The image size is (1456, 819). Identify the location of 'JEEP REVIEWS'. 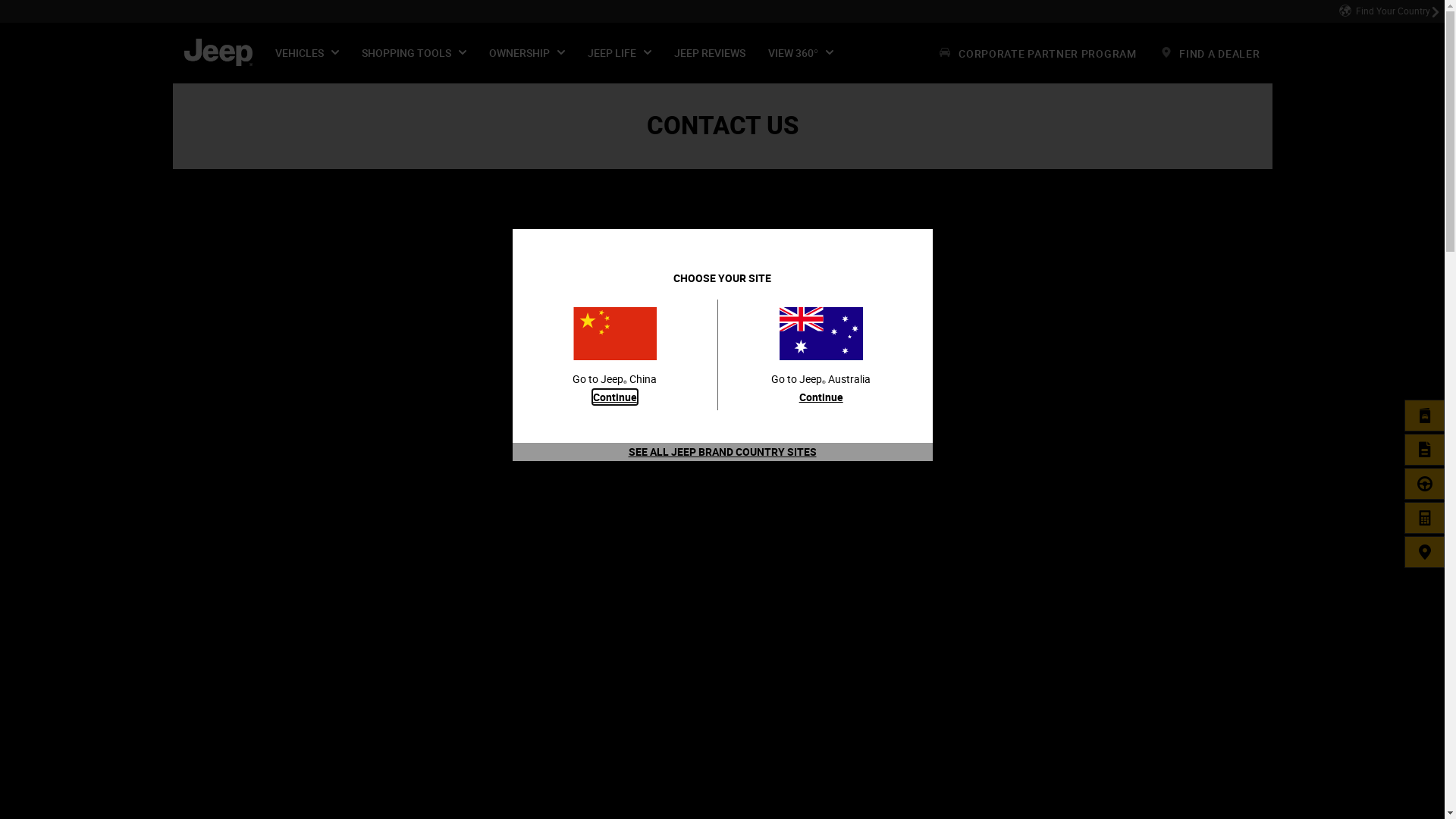
(662, 52).